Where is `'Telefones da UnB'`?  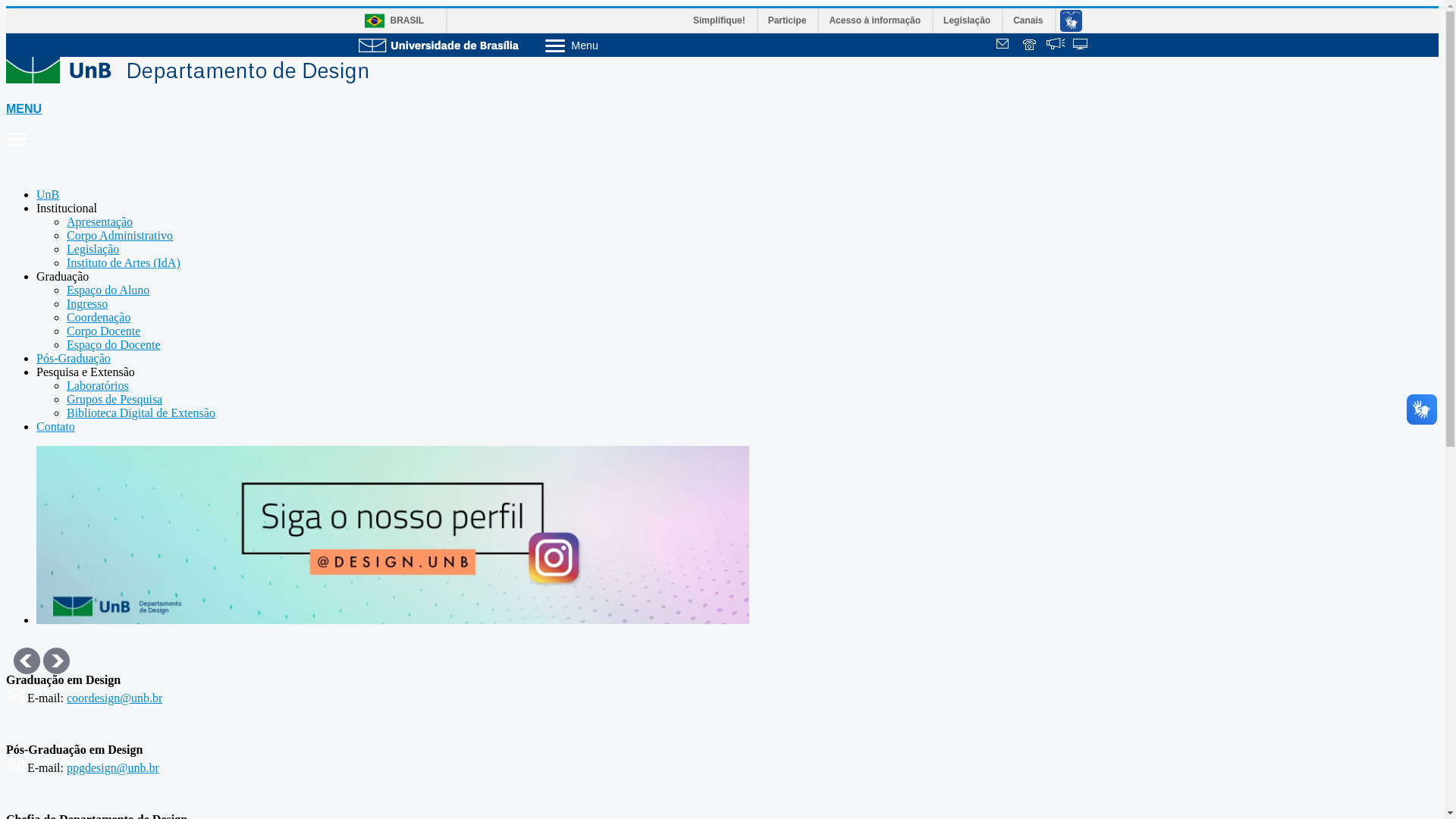
'Telefones da UnB' is located at coordinates (1030, 45).